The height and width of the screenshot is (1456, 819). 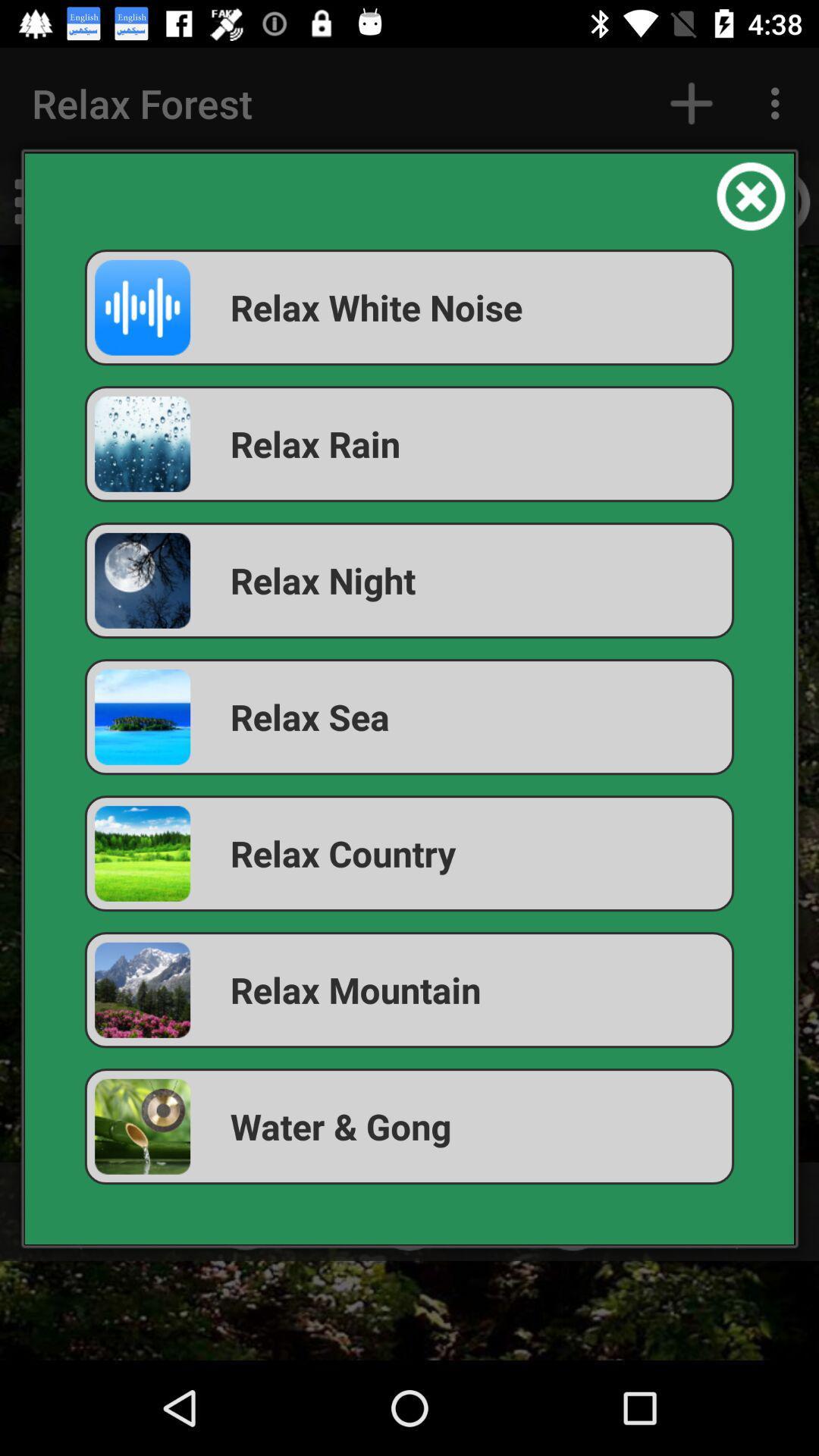 I want to click on relax rain item, so click(x=409, y=443).